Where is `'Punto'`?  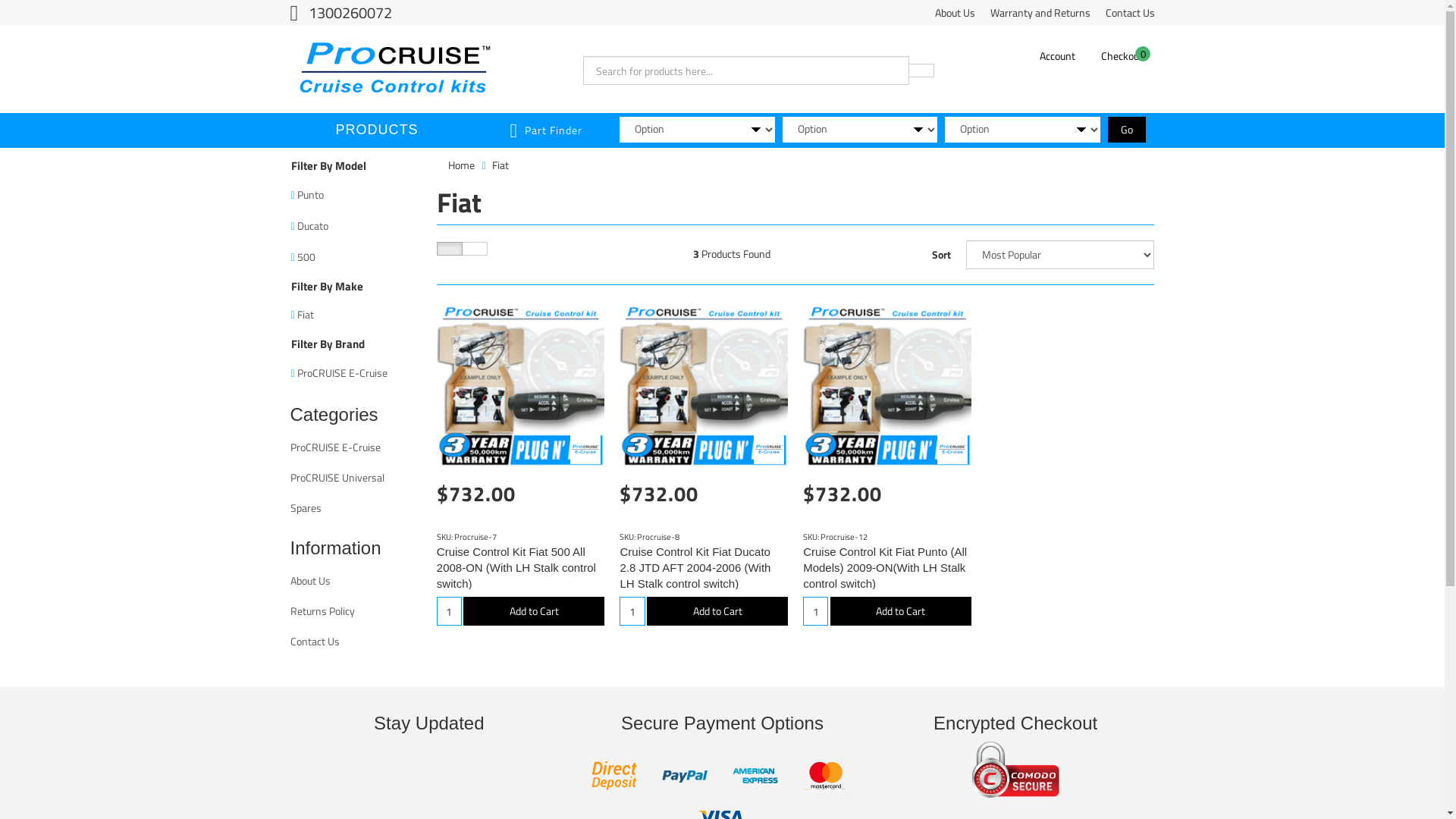
'Punto' is located at coordinates (355, 193).